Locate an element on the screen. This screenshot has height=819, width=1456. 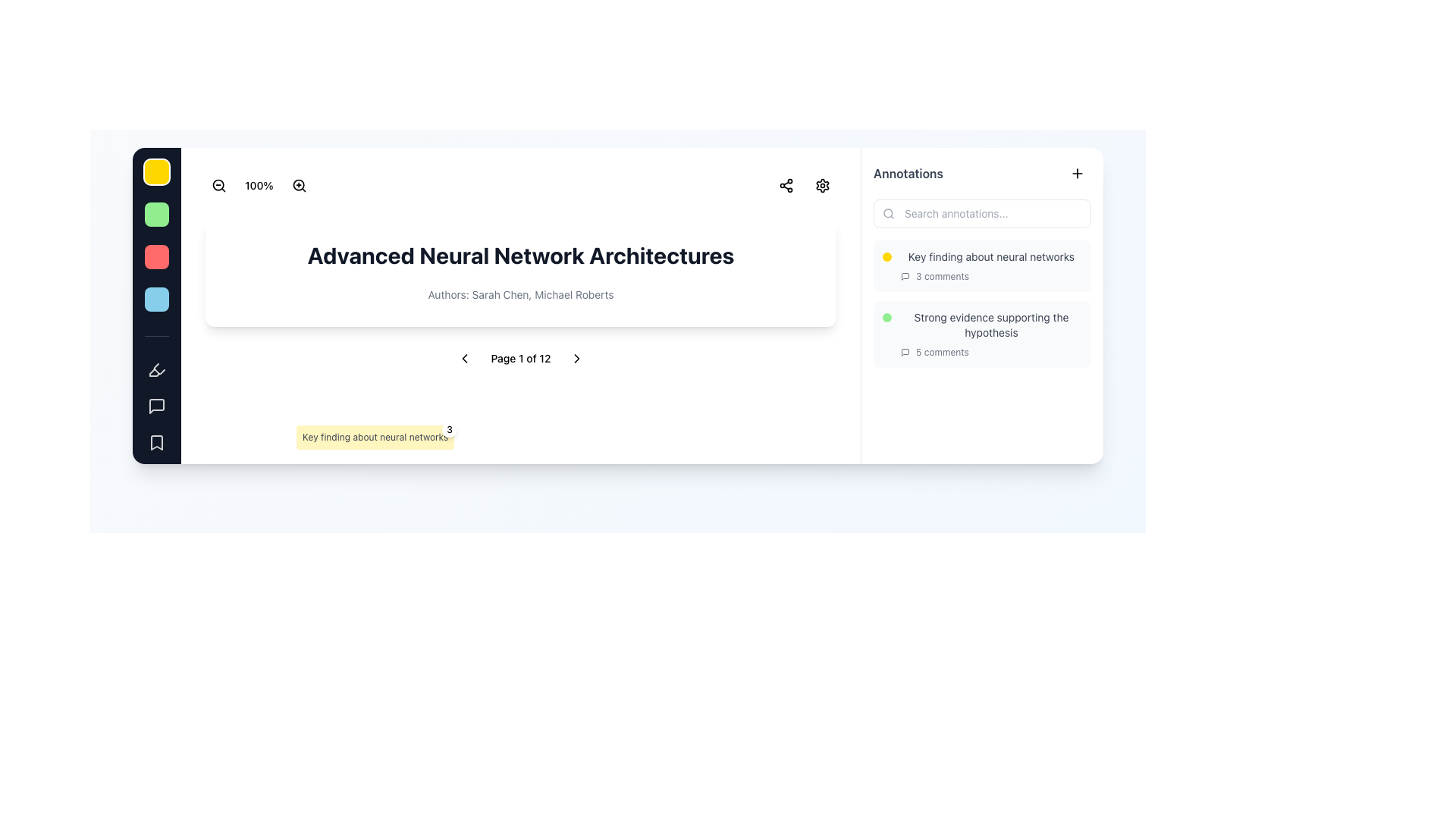
the zoom button located to the right of the '100%' indicator in the top central portion of the interface is located at coordinates (299, 185).